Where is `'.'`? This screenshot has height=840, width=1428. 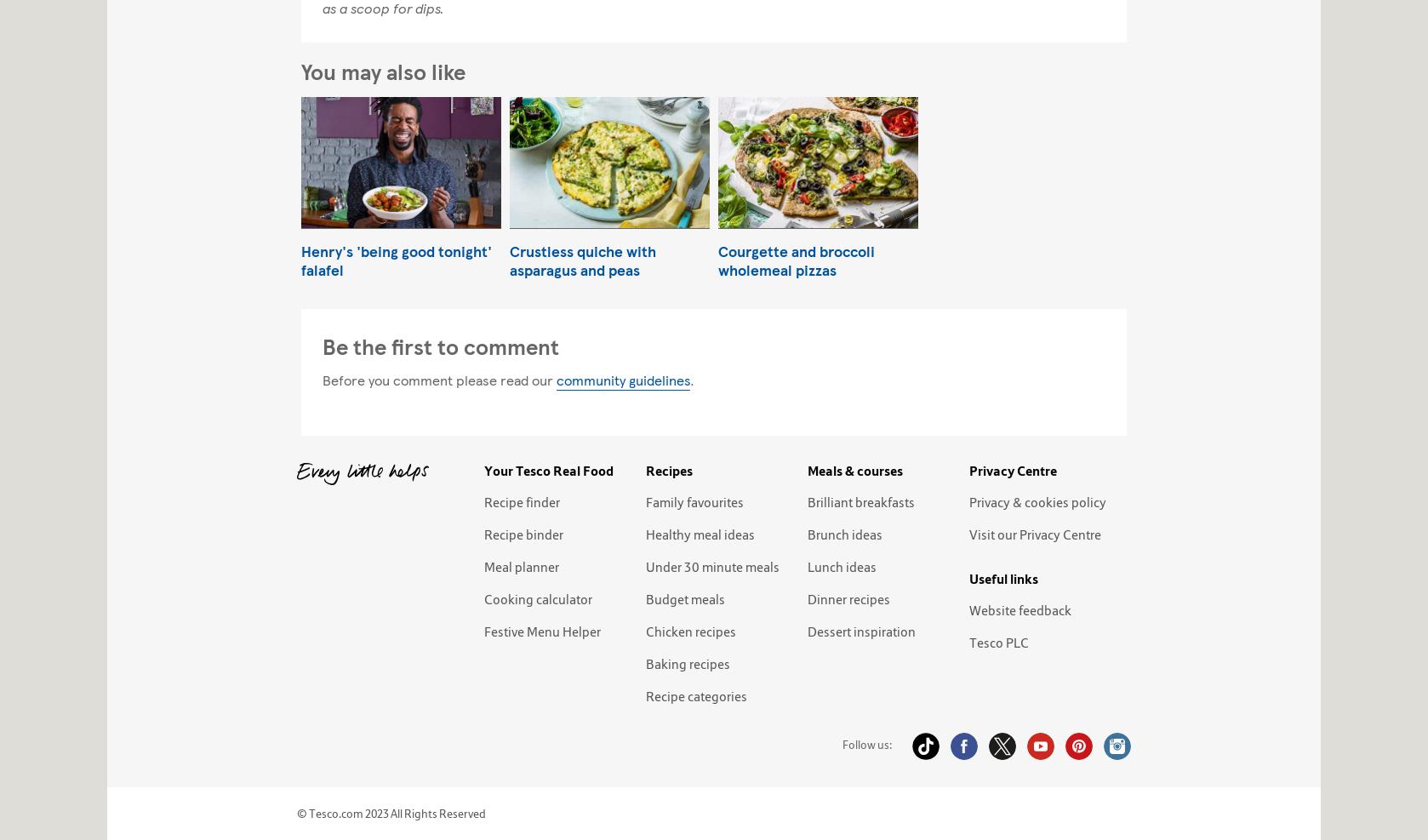 '.' is located at coordinates (691, 378).